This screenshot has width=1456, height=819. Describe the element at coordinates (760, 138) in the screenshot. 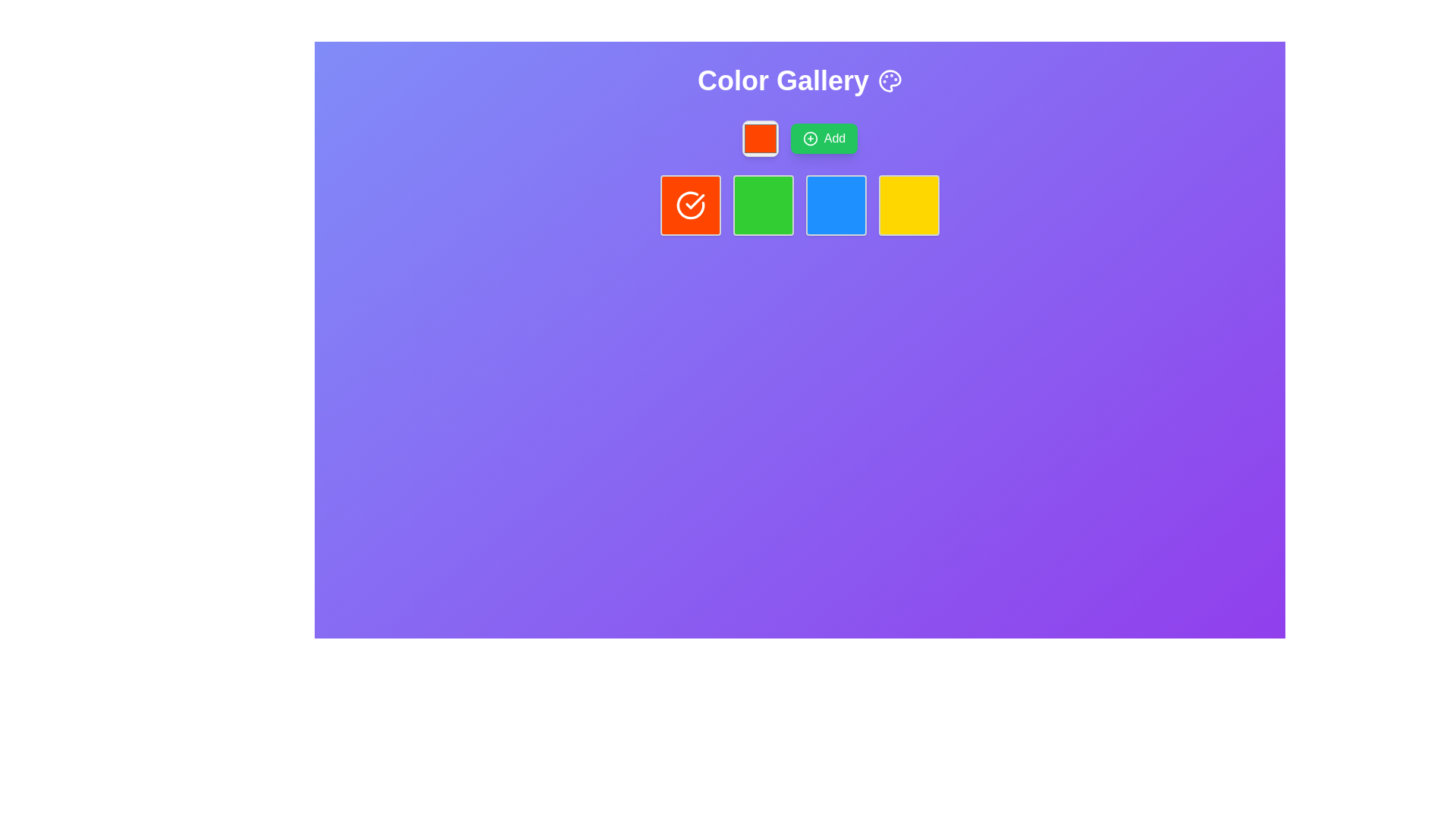

I see `the vibrant orange Color Picker box with rounded borders` at that location.